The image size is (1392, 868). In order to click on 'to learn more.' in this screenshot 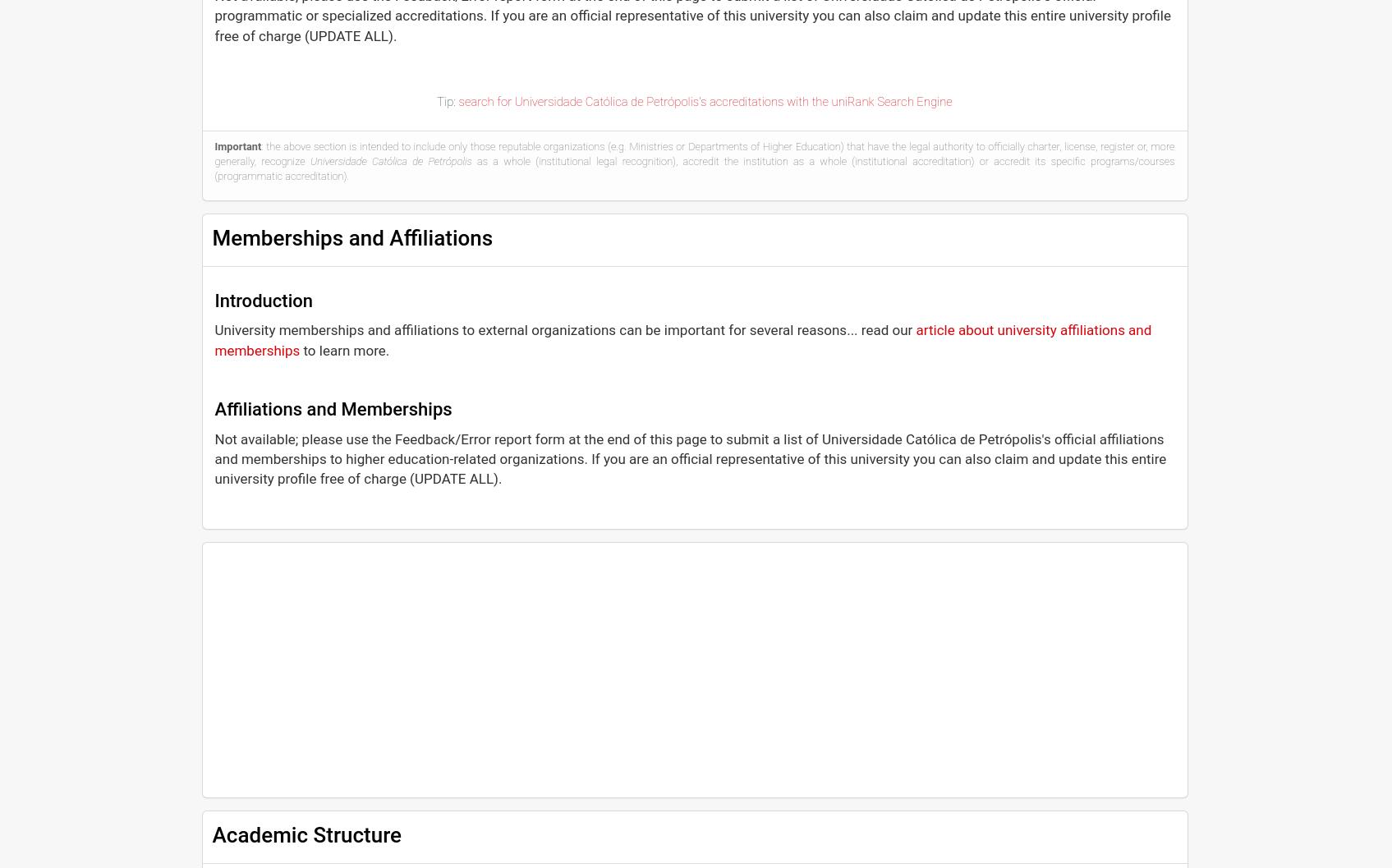, I will do `click(344, 348)`.